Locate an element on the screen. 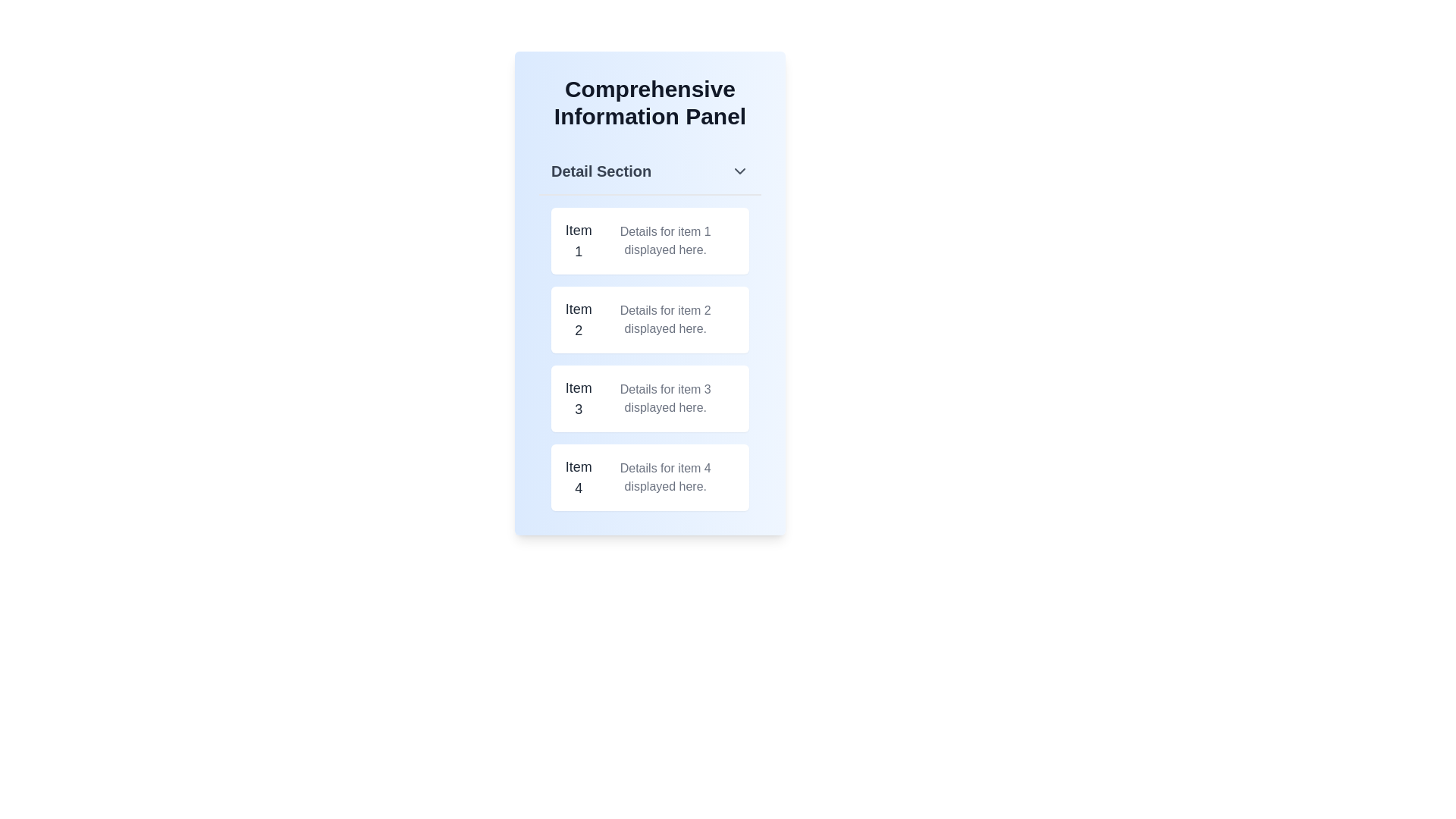  text label that serves as the title for the fourth section in the list, located at the bottom of the visible segment of the panel is located at coordinates (578, 476).